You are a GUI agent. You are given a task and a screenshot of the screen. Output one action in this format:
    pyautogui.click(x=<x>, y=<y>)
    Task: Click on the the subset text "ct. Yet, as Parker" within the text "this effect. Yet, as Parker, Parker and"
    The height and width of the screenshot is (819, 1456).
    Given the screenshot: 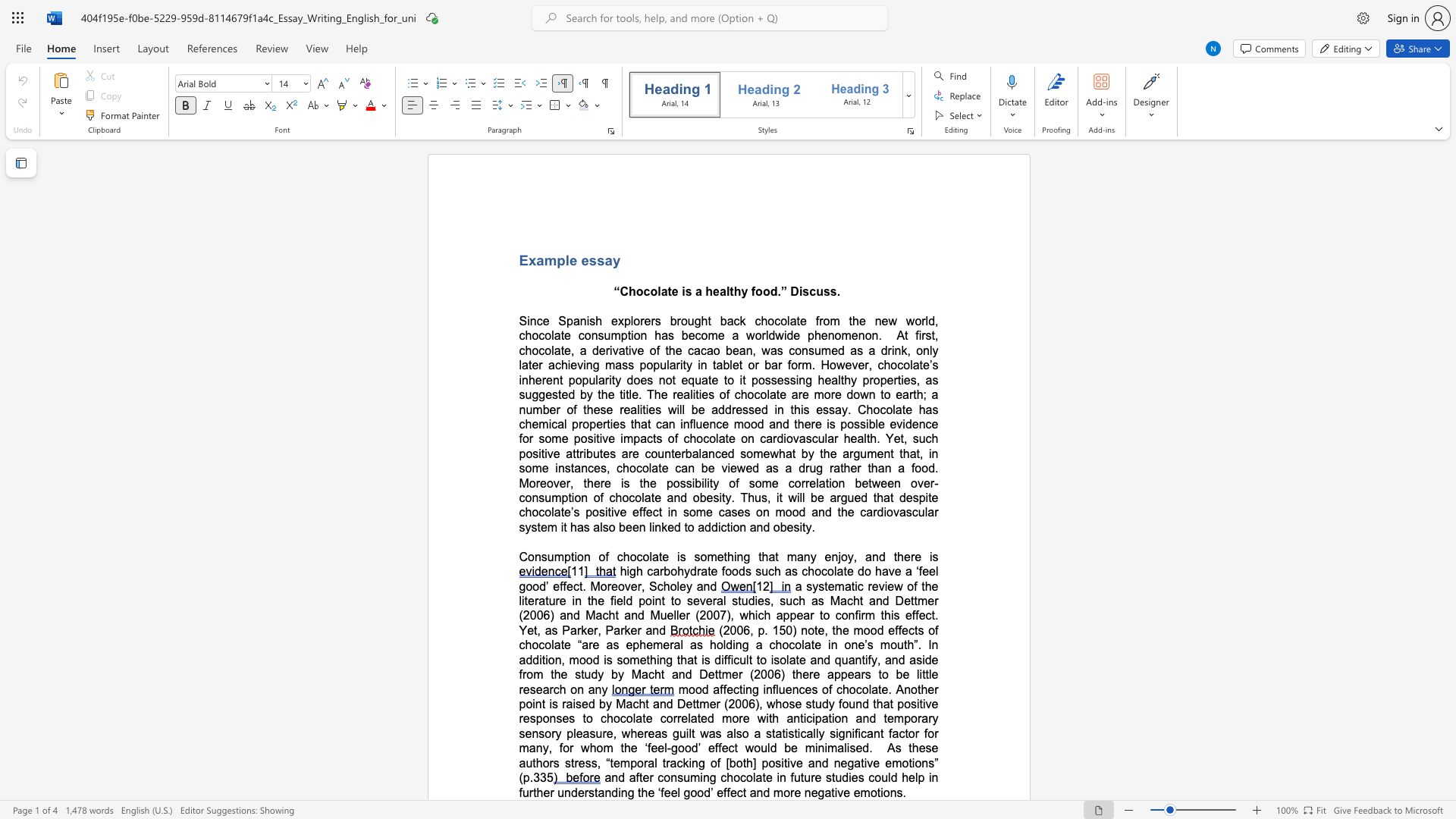 What is the action you would take?
    pyautogui.click(x=924, y=615)
    